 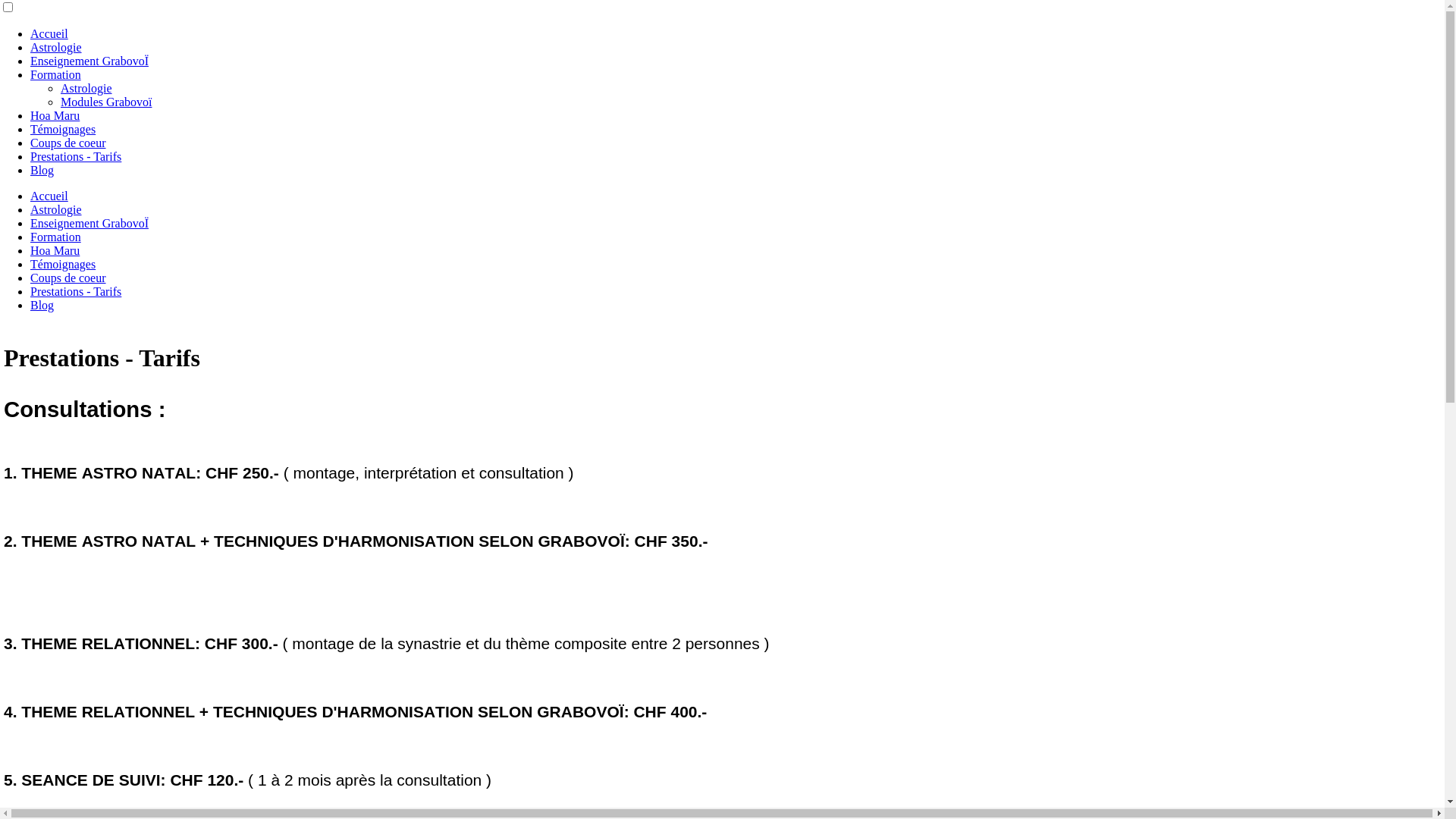 What do you see at coordinates (55, 209) in the screenshot?
I see `'Astrologie'` at bounding box center [55, 209].